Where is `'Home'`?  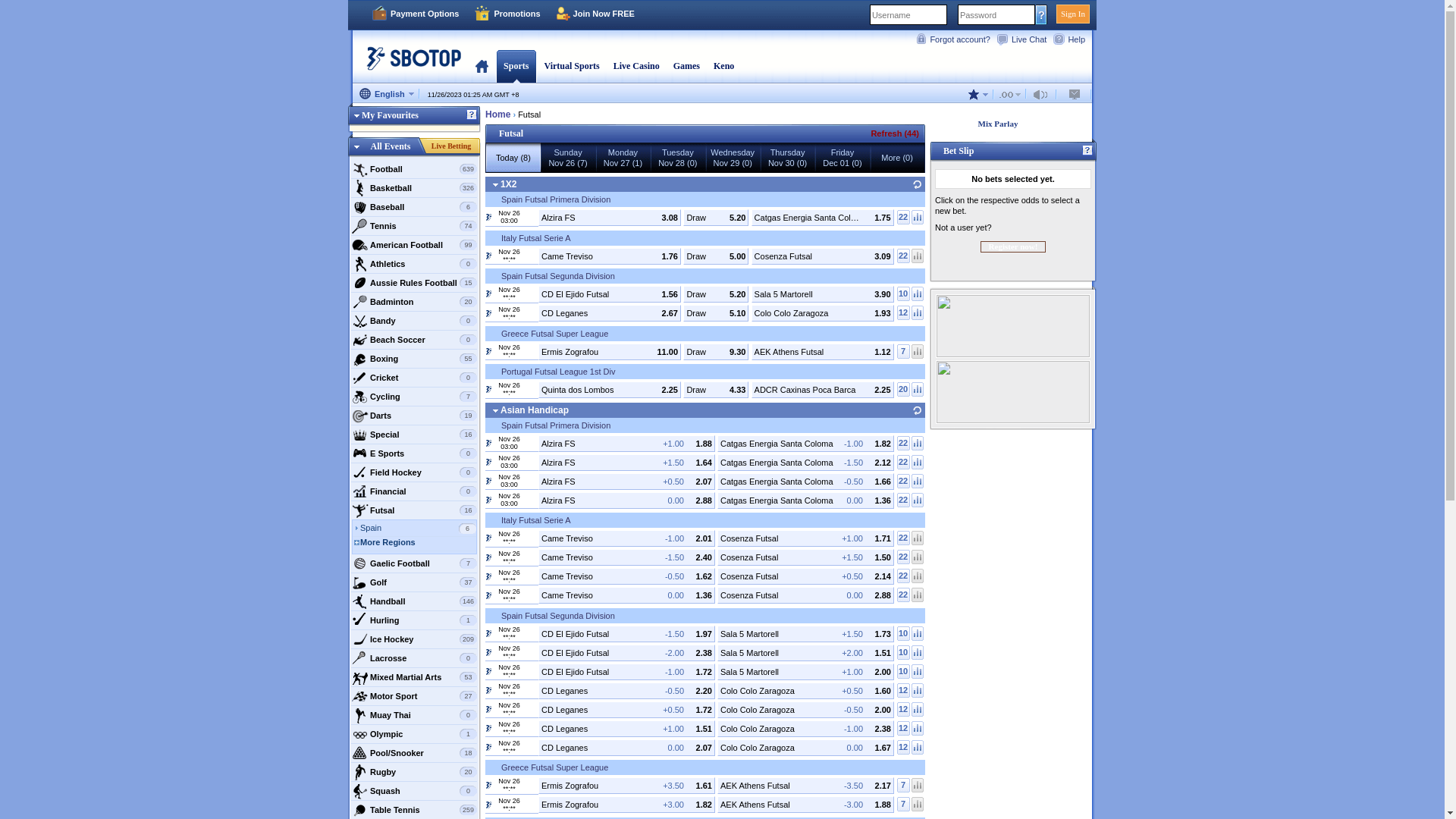 'Home' is located at coordinates (497, 113).